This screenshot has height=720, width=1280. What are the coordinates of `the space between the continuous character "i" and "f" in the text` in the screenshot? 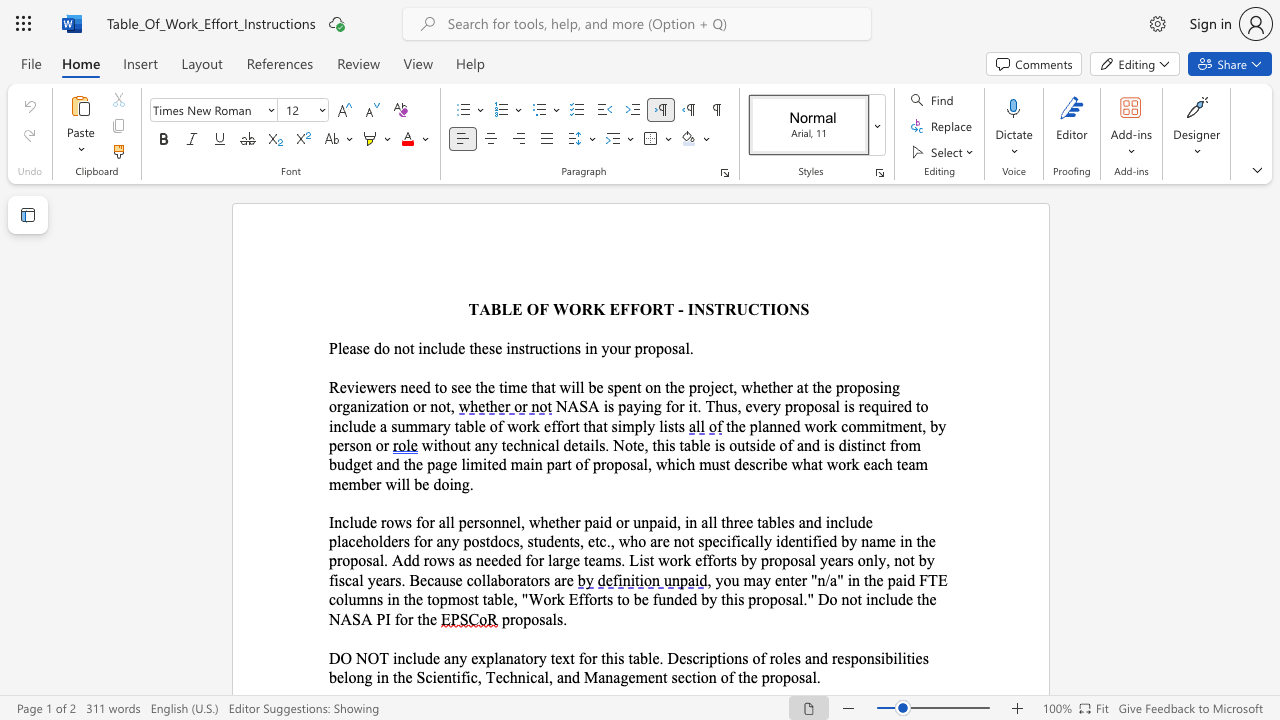 It's located at (812, 541).